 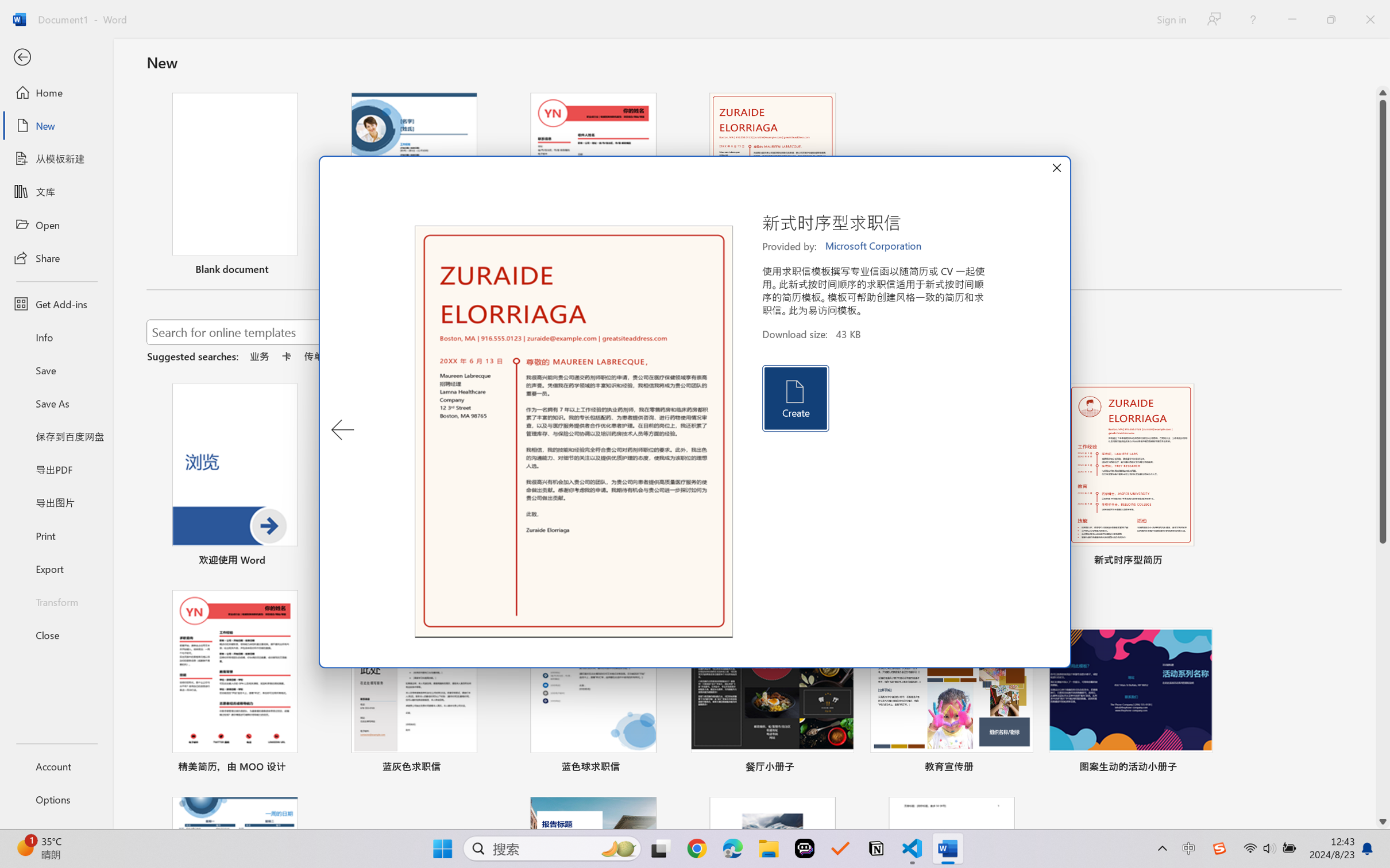 What do you see at coordinates (56, 336) in the screenshot?
I see `'Info'` at bounding box center [56, 336].